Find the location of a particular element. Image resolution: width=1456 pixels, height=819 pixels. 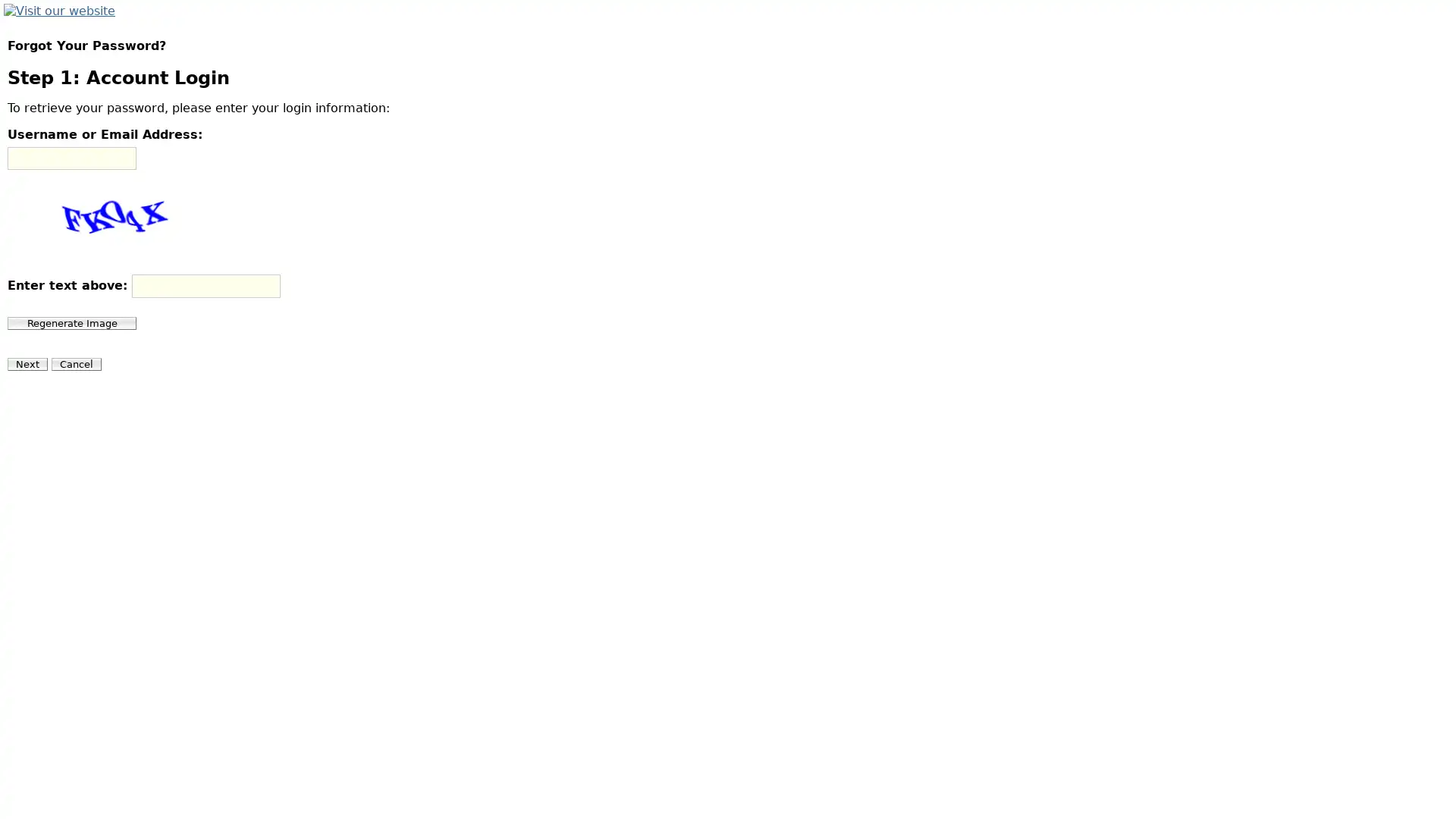

Cancel is located at coordinates (75, 364).